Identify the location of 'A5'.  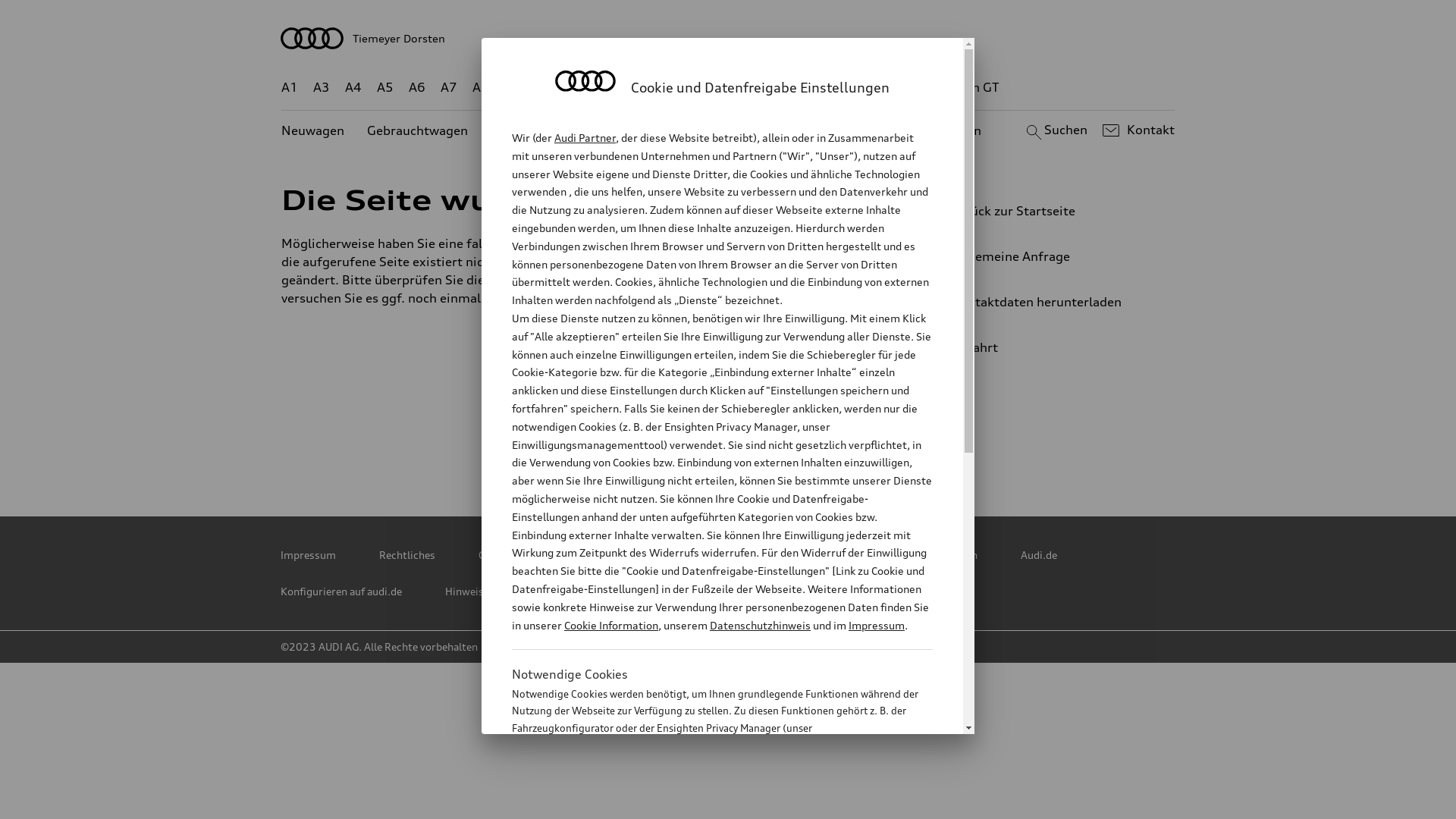
(385, 87).